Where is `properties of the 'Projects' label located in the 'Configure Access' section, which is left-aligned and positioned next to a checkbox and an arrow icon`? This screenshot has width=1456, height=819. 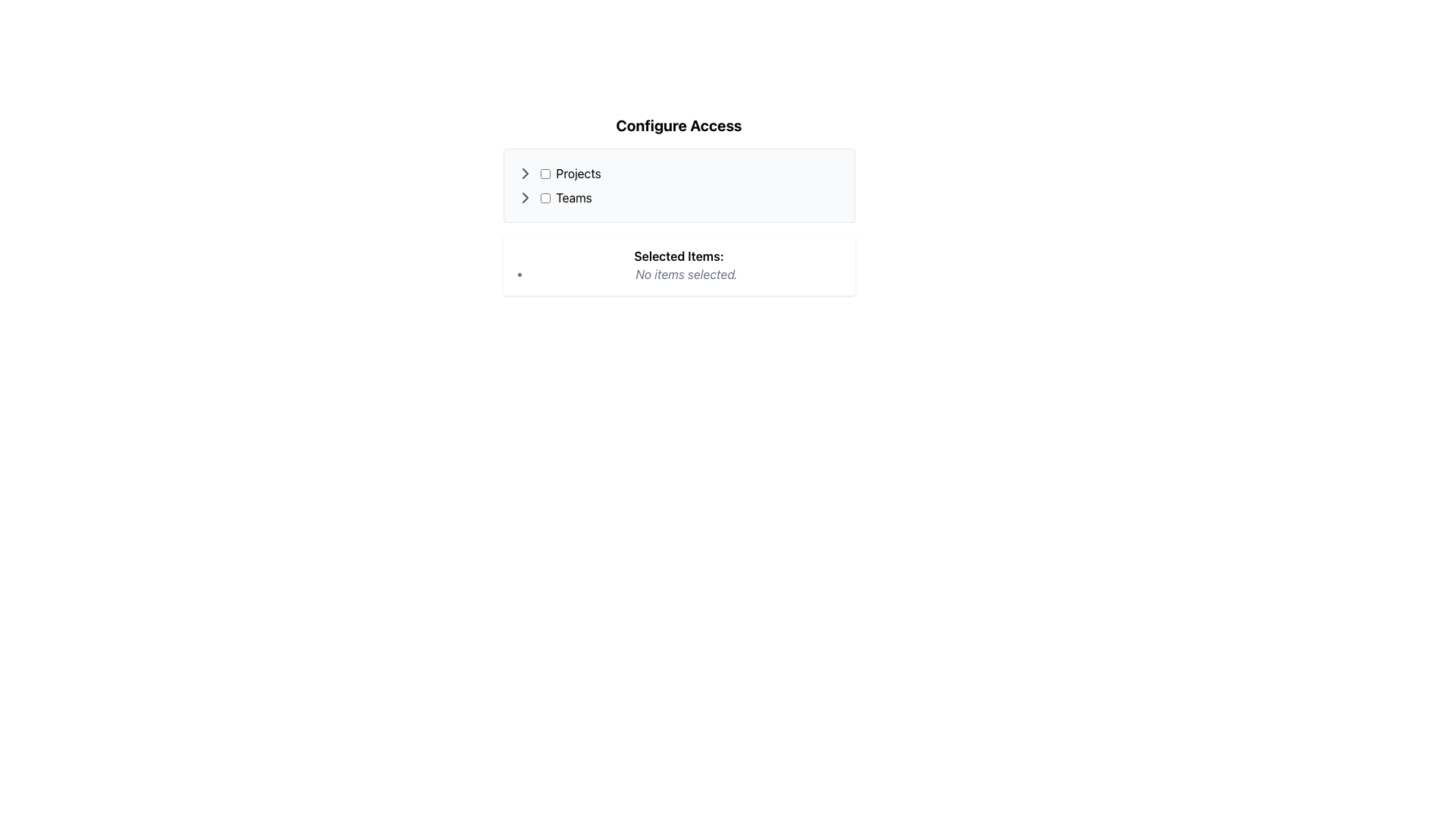
properties of the 'Projects' label located in the 'Configure Access' section, which is left-aligned and positioned next to a checkbox and an arrow icon is located at coordinates (678, 172).